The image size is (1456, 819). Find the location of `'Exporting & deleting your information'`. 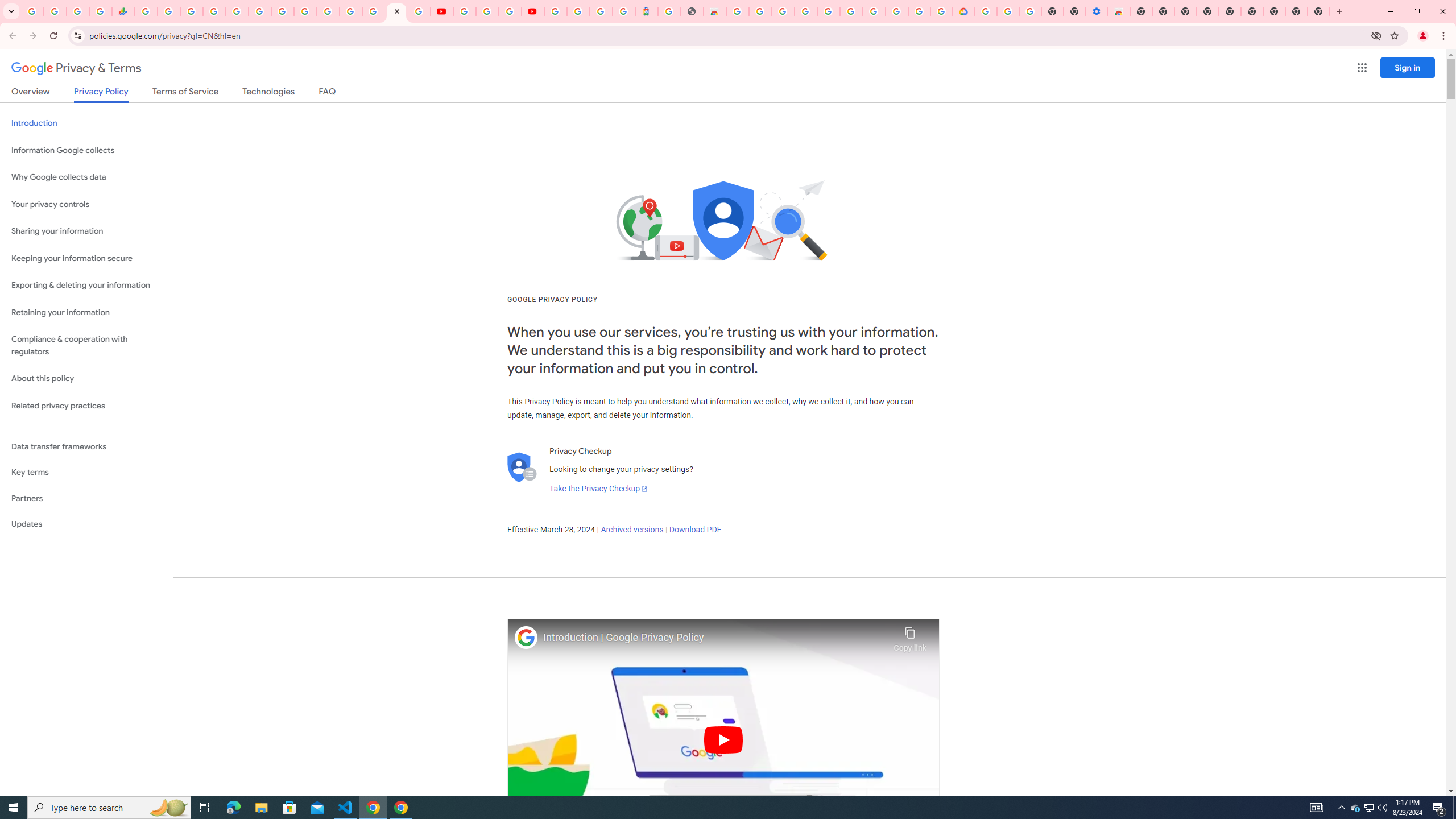

'Exporting & deleting your information' is located at coordinates (86, 285).